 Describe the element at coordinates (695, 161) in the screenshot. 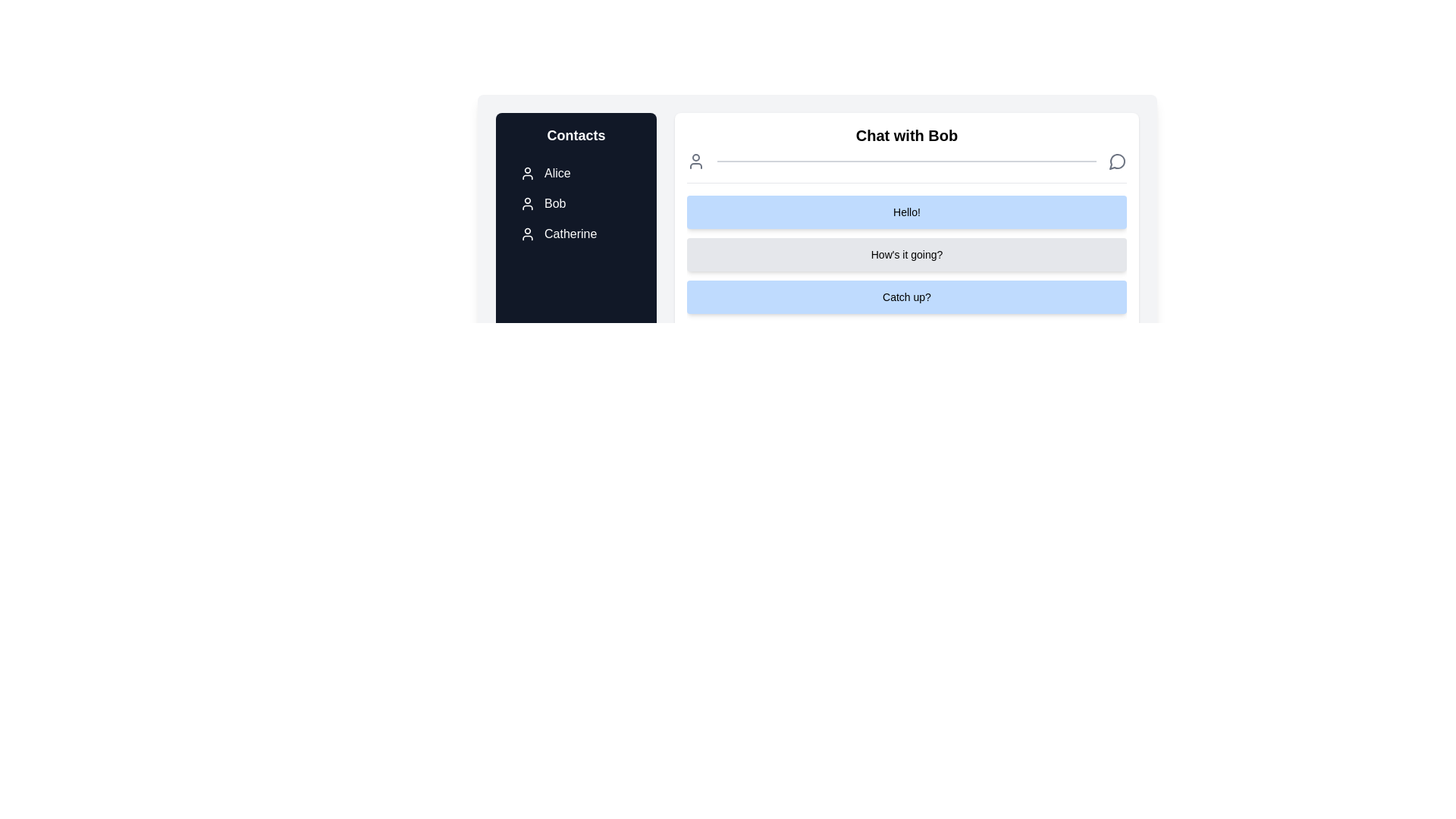

I see `the user profile silhouette icon, which is a minimalistic line art styled element located at the left side of a horizontal row in the top-center area of the chat interface` at that location.